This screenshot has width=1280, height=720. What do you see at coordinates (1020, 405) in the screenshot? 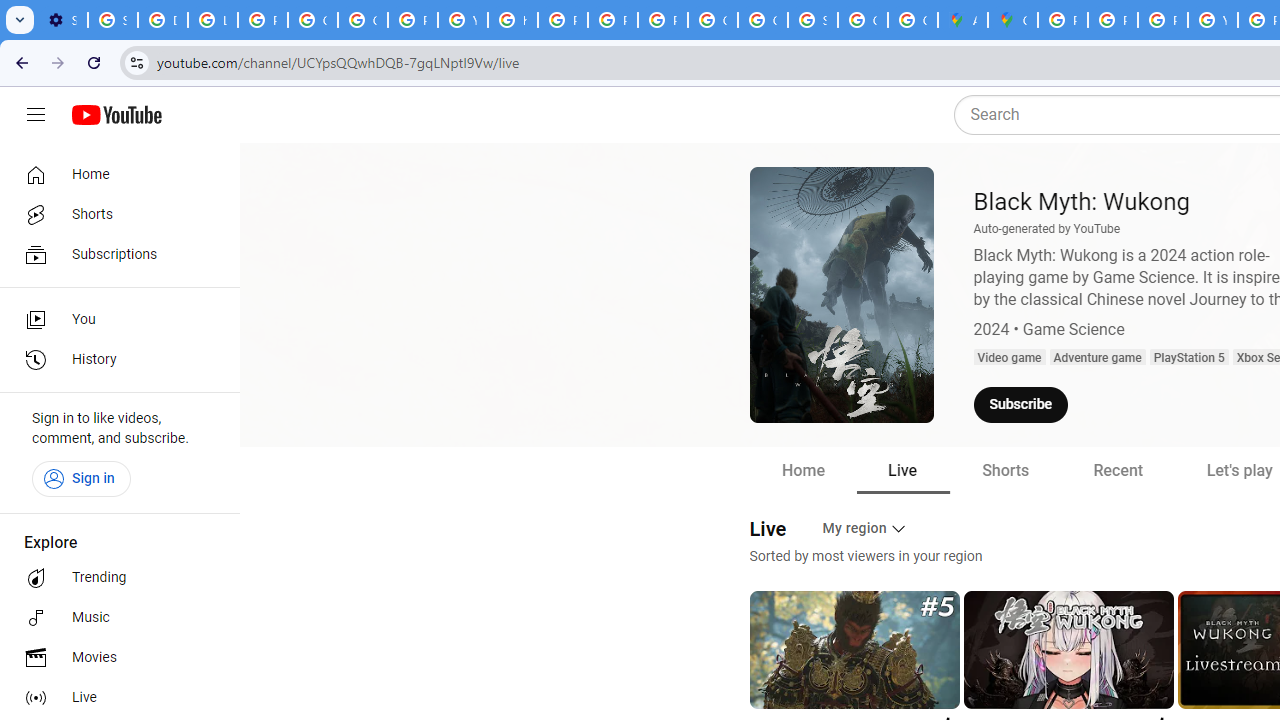
I see `'Subscribe'` at bounding box center [1020, 405].